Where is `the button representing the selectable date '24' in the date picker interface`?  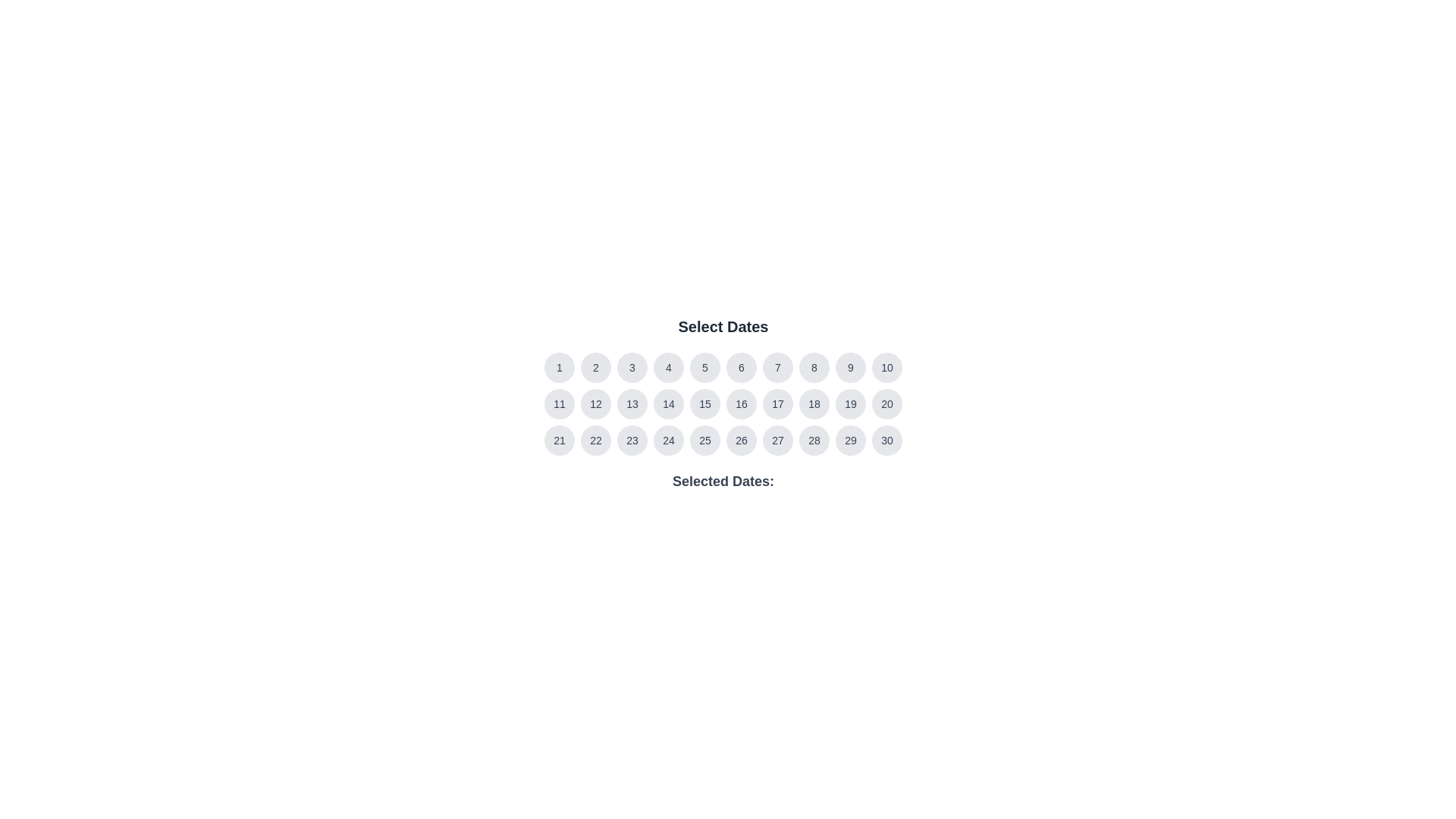 the button representing the selectable date '24' in the date picker interface is located at coordinates (668, 441).